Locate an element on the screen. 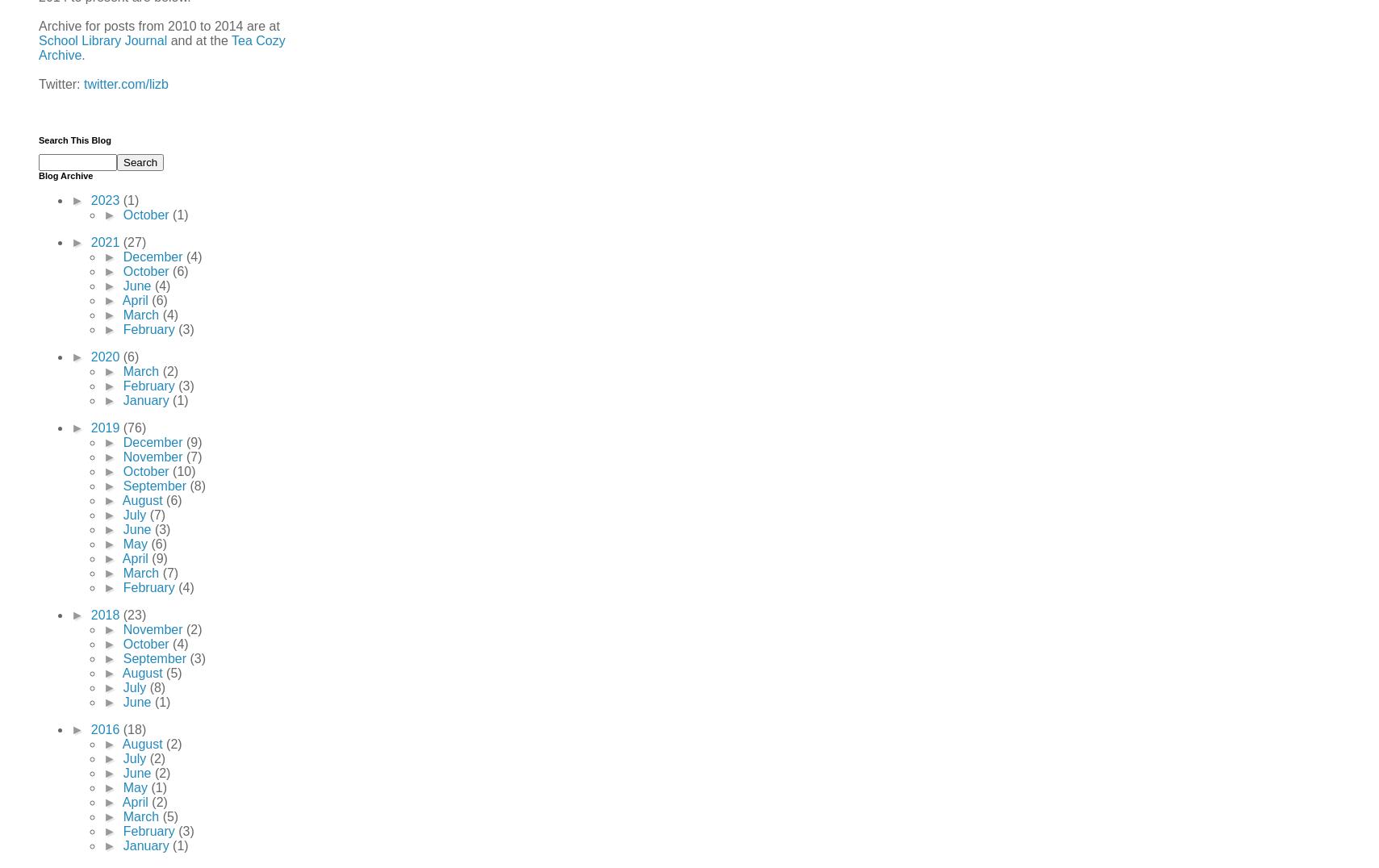  '2016' is located at coordinates (105, 728).